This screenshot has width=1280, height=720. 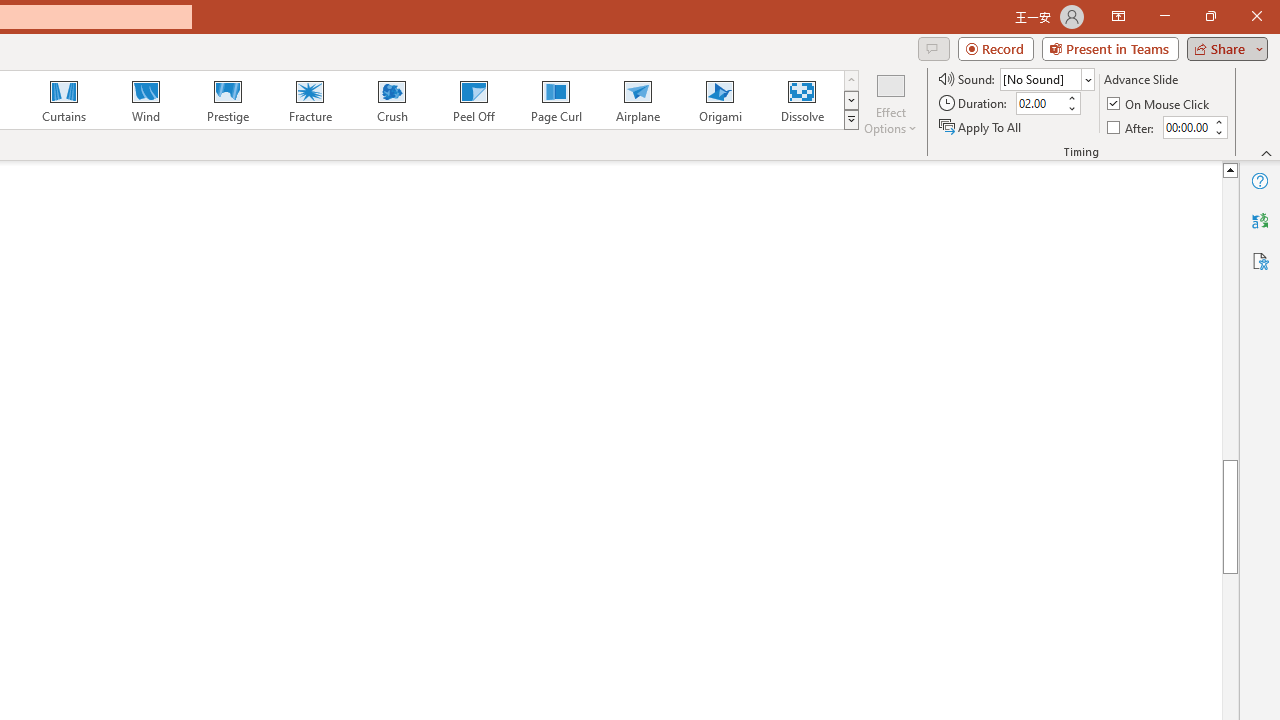 What do you see at coordinates (889, 103) in the screenshot?
I see `'Effect Options'` at bounding box center [889, 103].